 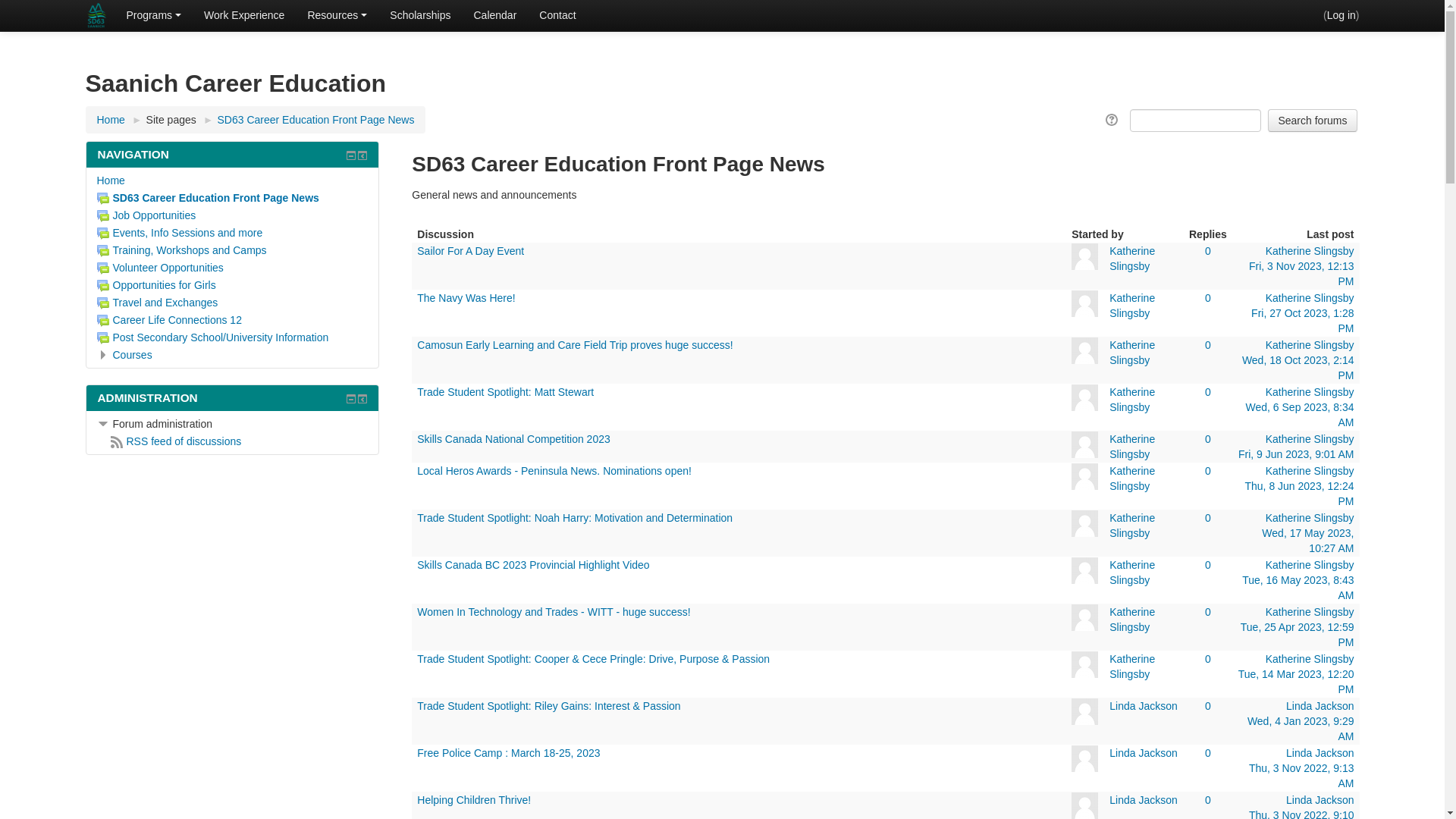 What do you see at coordinates (362, 397) in the screenshot?
I see `'Dock Administration block'` at bounding box center [362, 397].